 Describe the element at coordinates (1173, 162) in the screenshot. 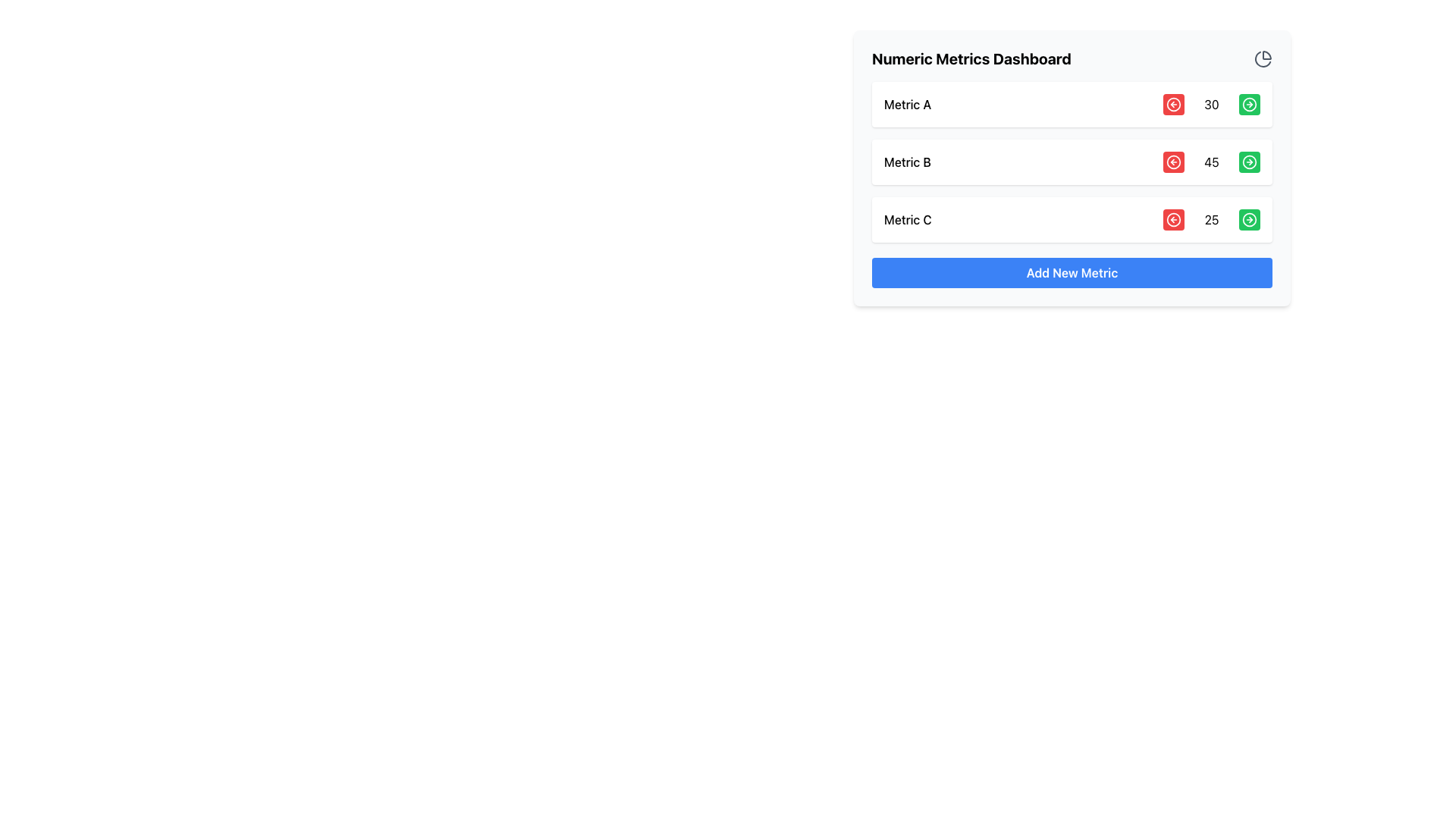

I see `the decrement button located in the second row, adjacent to the number '45', for accessibility interactions` at that location.